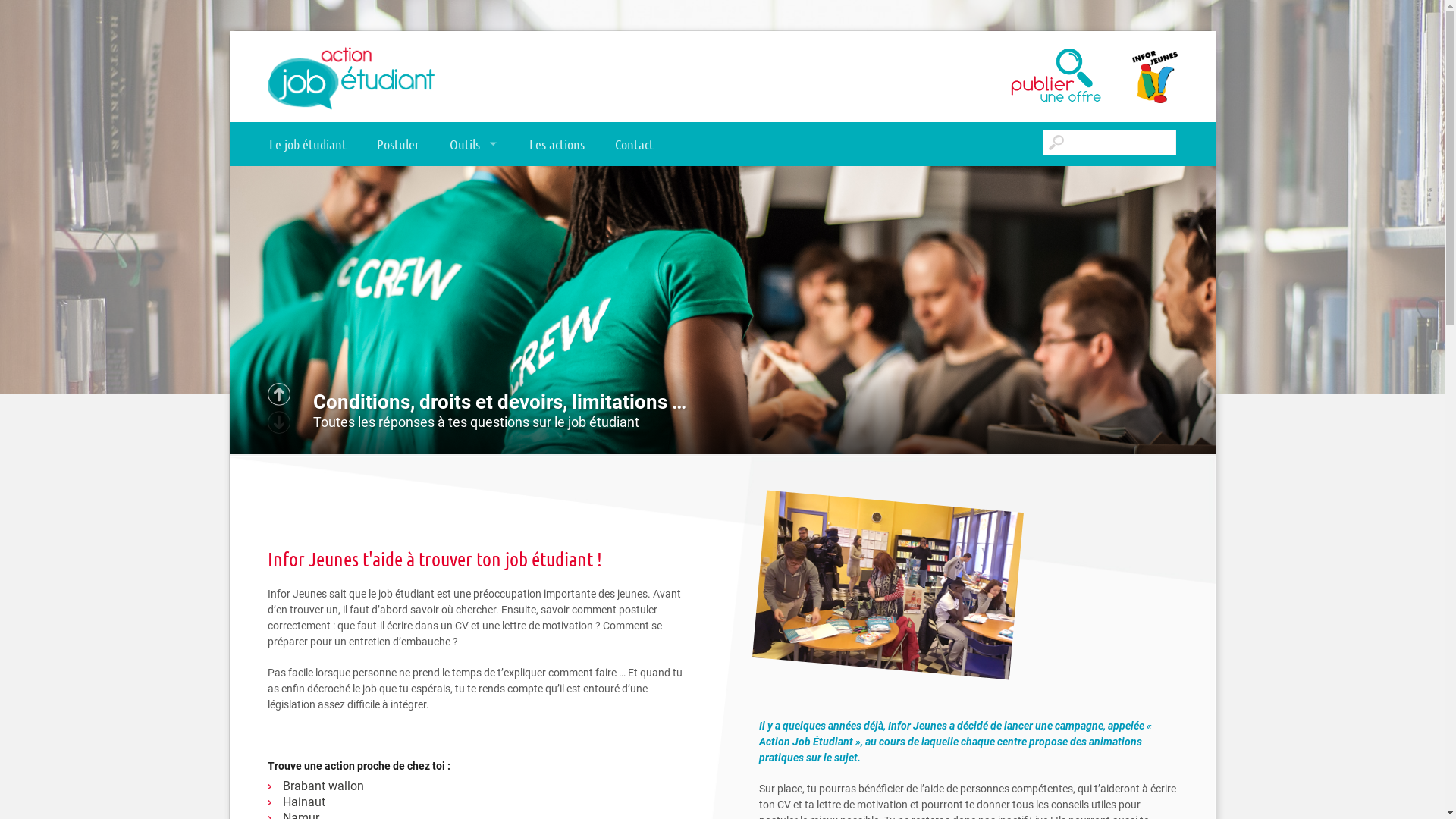  I want to click on 'Outils', so click(472, 145).